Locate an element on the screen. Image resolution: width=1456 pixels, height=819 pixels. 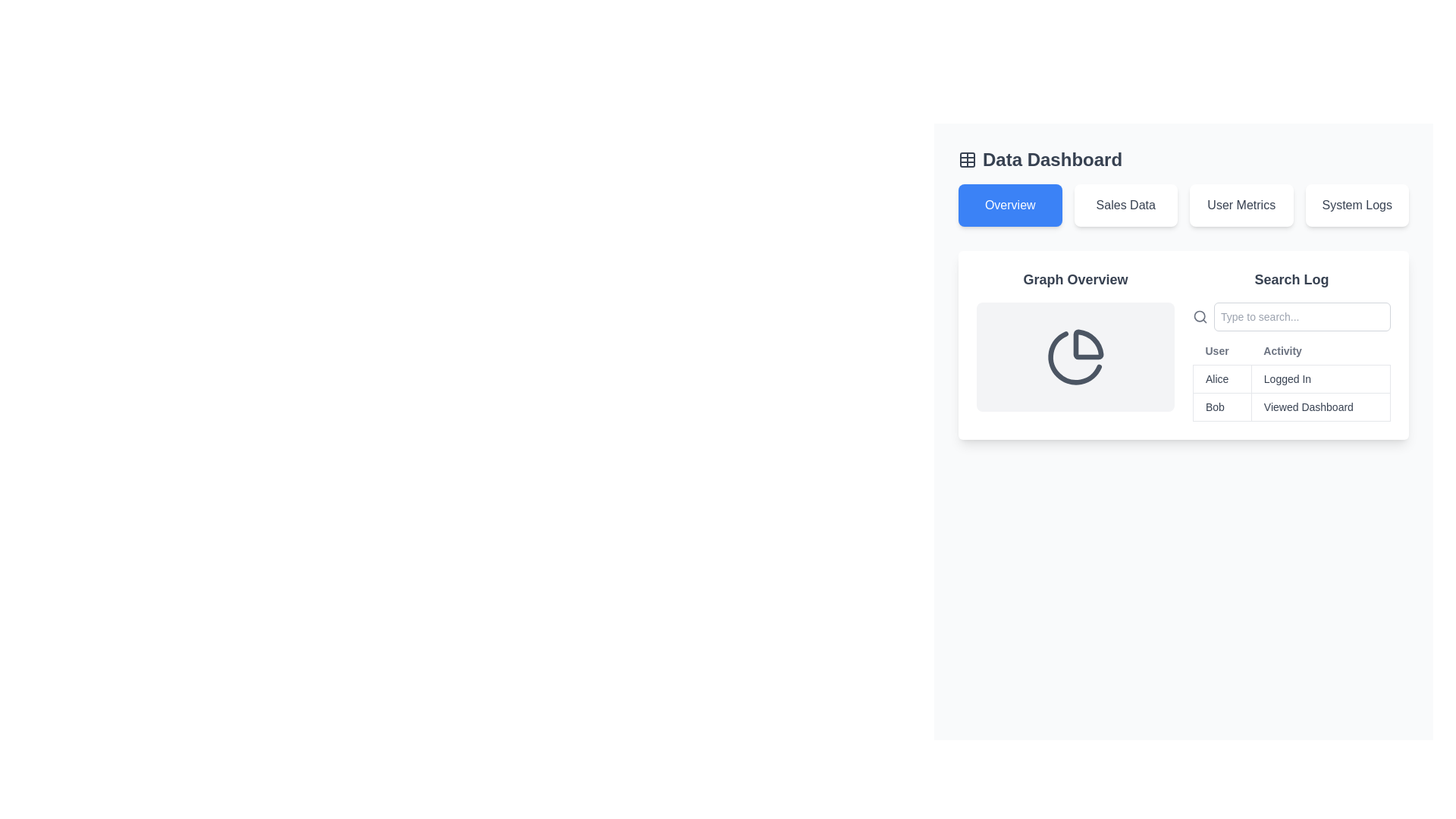
the 'User Metrics' button to observe visual feedback, which is the third button in a grid layout with rounded corners and a shadow effect is located at coordinates (1241, 205).